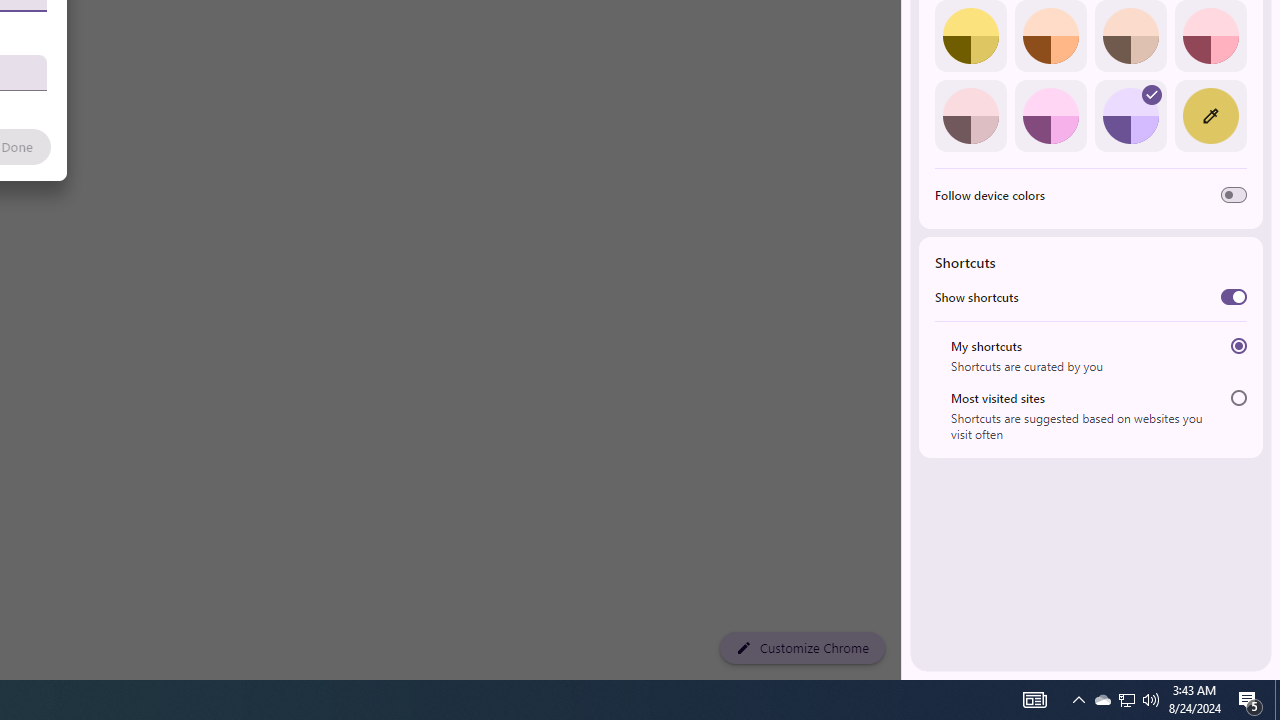 The image size is (1280, 720). What do you see at coordinates (1049, 115) in the screenshot?
I see `'Fuchsia'` at bounding box center [1049, 115].